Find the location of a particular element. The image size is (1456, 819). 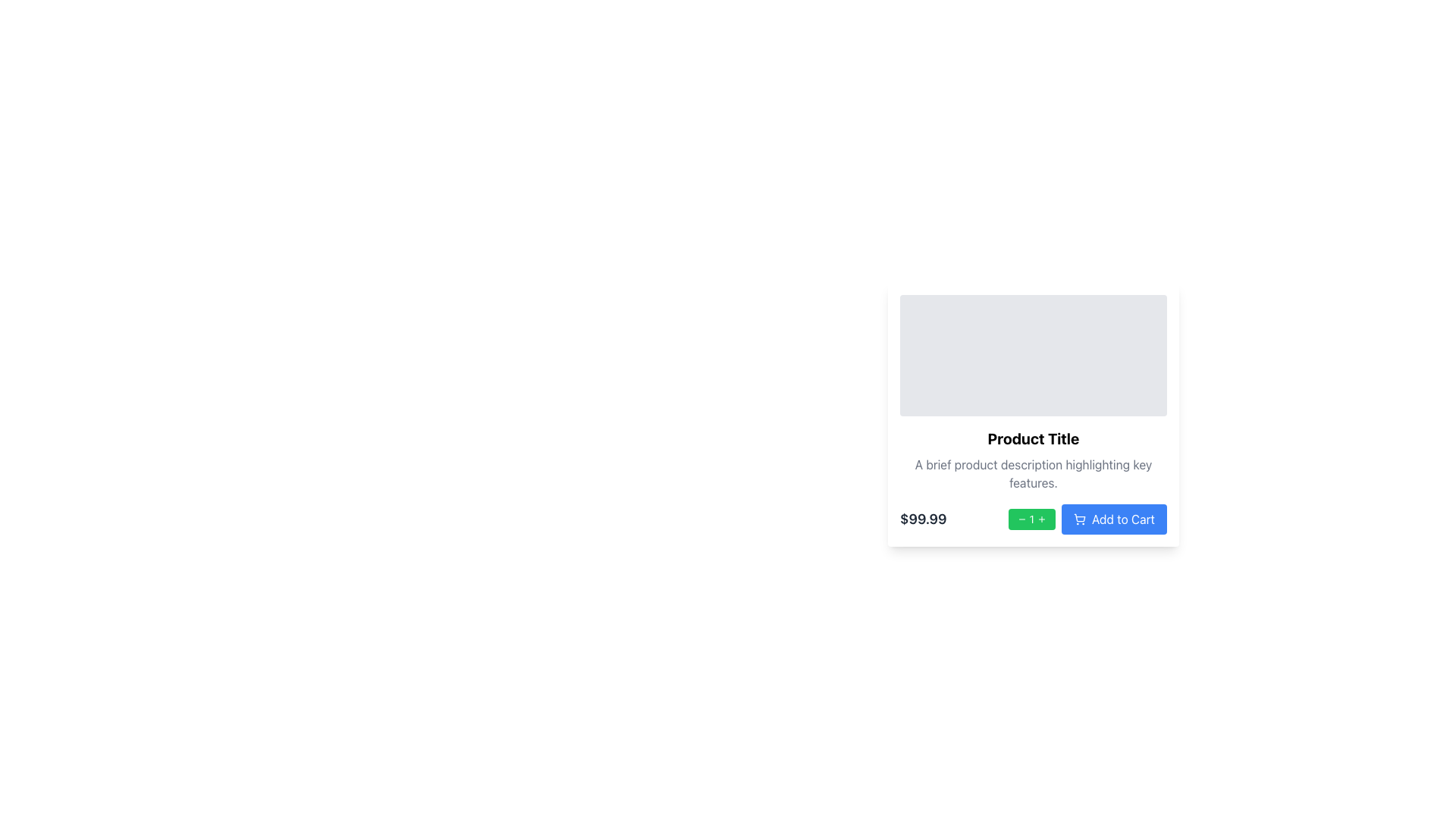

the 'Add to Cart' button, which has a blue background and white text with a shopping cart icon, to potentially see additional information or a tooltip is located at coordinates (1087, 519).